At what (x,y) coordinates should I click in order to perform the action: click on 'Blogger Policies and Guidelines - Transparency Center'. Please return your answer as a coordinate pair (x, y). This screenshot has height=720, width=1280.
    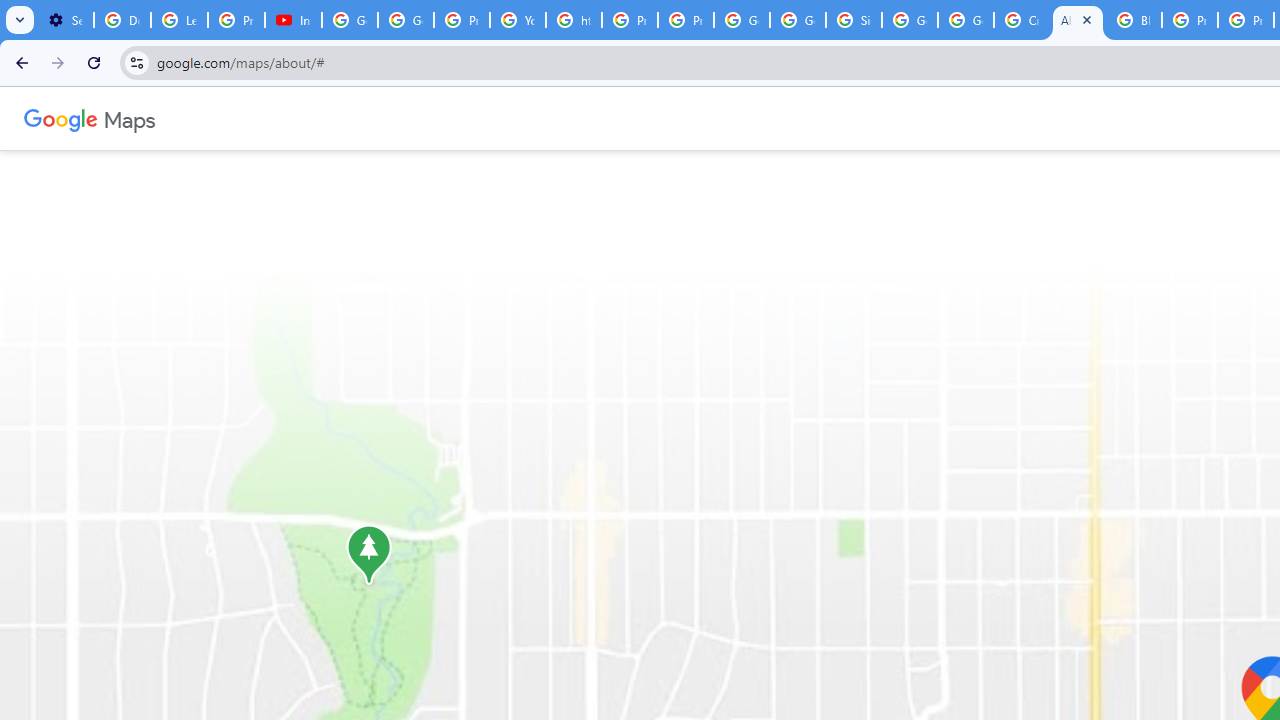
    Looking at the image, I should click on (1134, 20).